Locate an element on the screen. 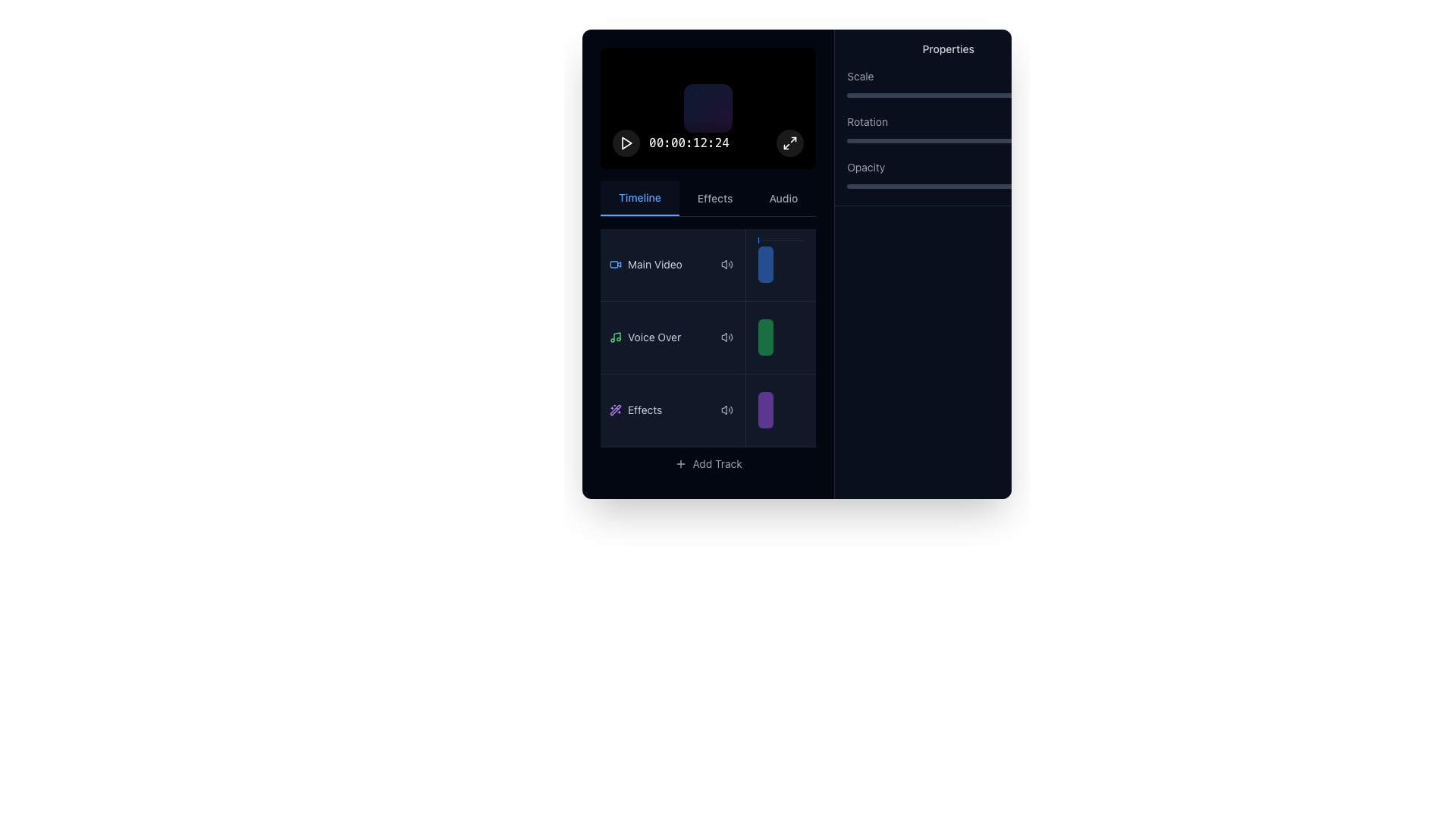 The height and width of the screenshot is (819, 1456). the text label displaying the current playback time of the video, which is located horizontally centered within the bottom bar of the video player interface is located at coordinates (708, 143).